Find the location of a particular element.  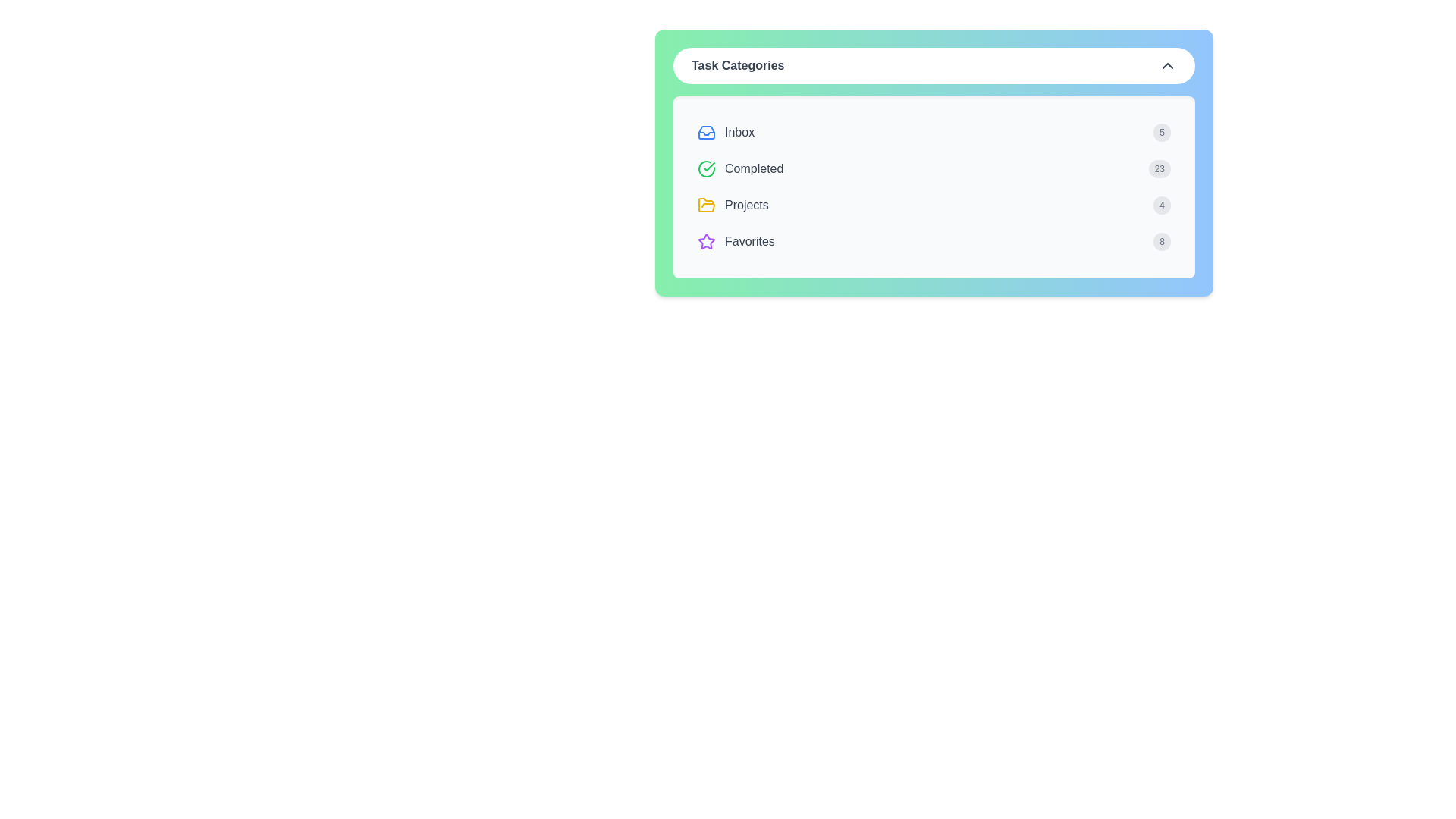

the green checkmark icon located in the second row of the 'Task Categories' list next to the text 'Completed' is located at coordinates (705, 169).